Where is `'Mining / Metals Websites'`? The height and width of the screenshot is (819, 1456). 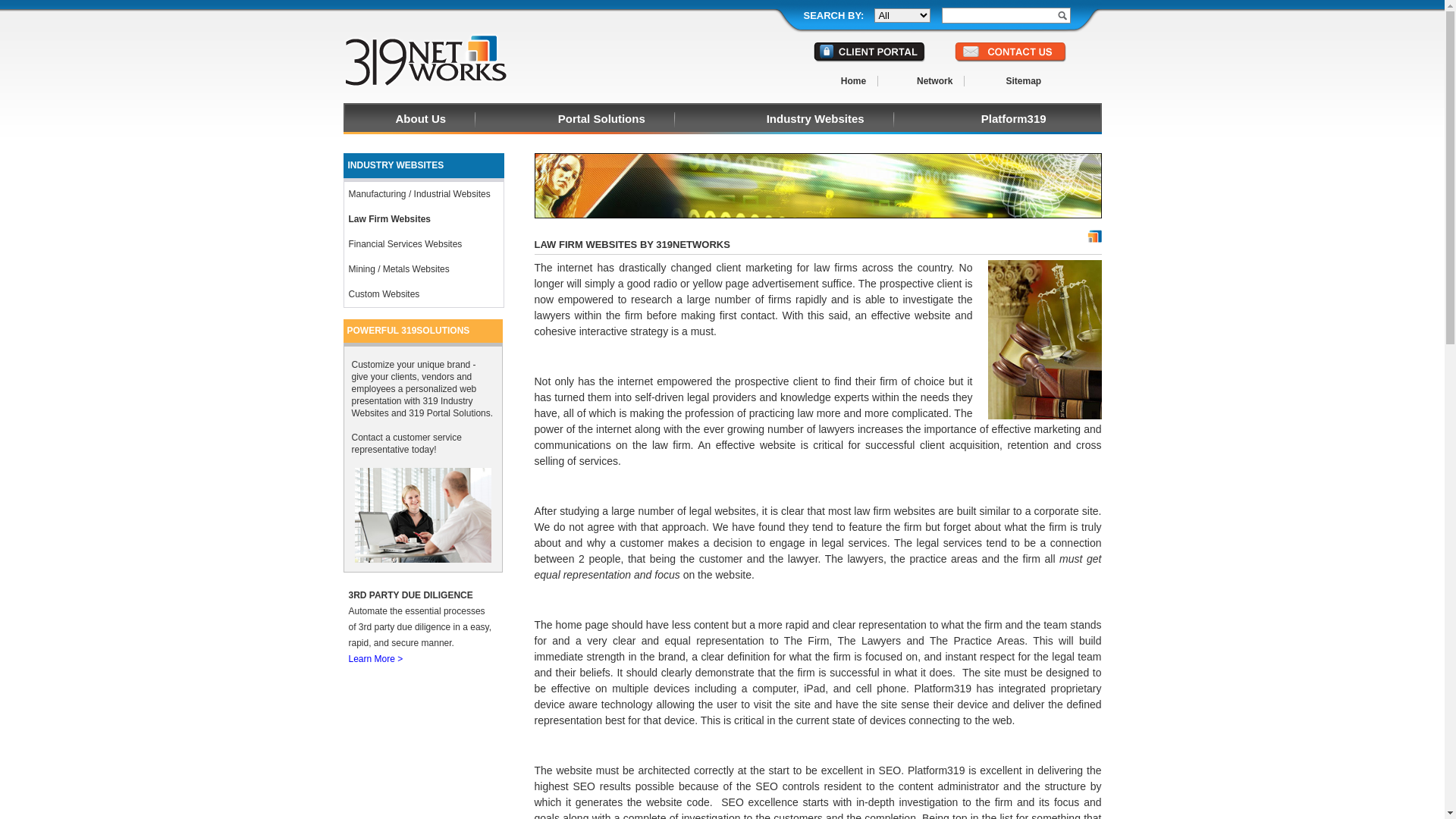 'Mining / Metals Websites' is located at coordinates (422, 268).